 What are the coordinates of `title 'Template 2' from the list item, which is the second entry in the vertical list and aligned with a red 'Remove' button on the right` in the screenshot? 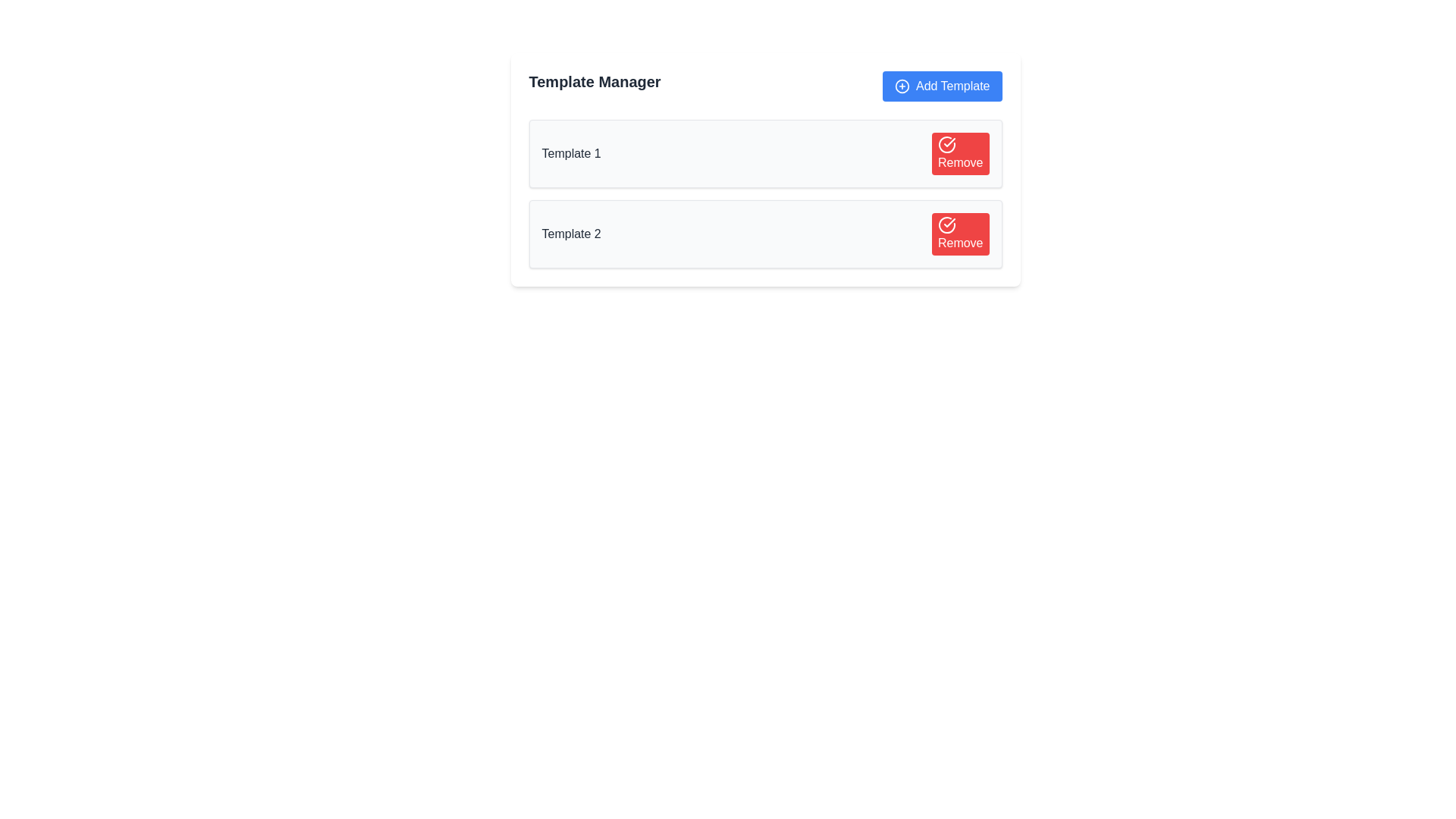 It's located at (765, 234).